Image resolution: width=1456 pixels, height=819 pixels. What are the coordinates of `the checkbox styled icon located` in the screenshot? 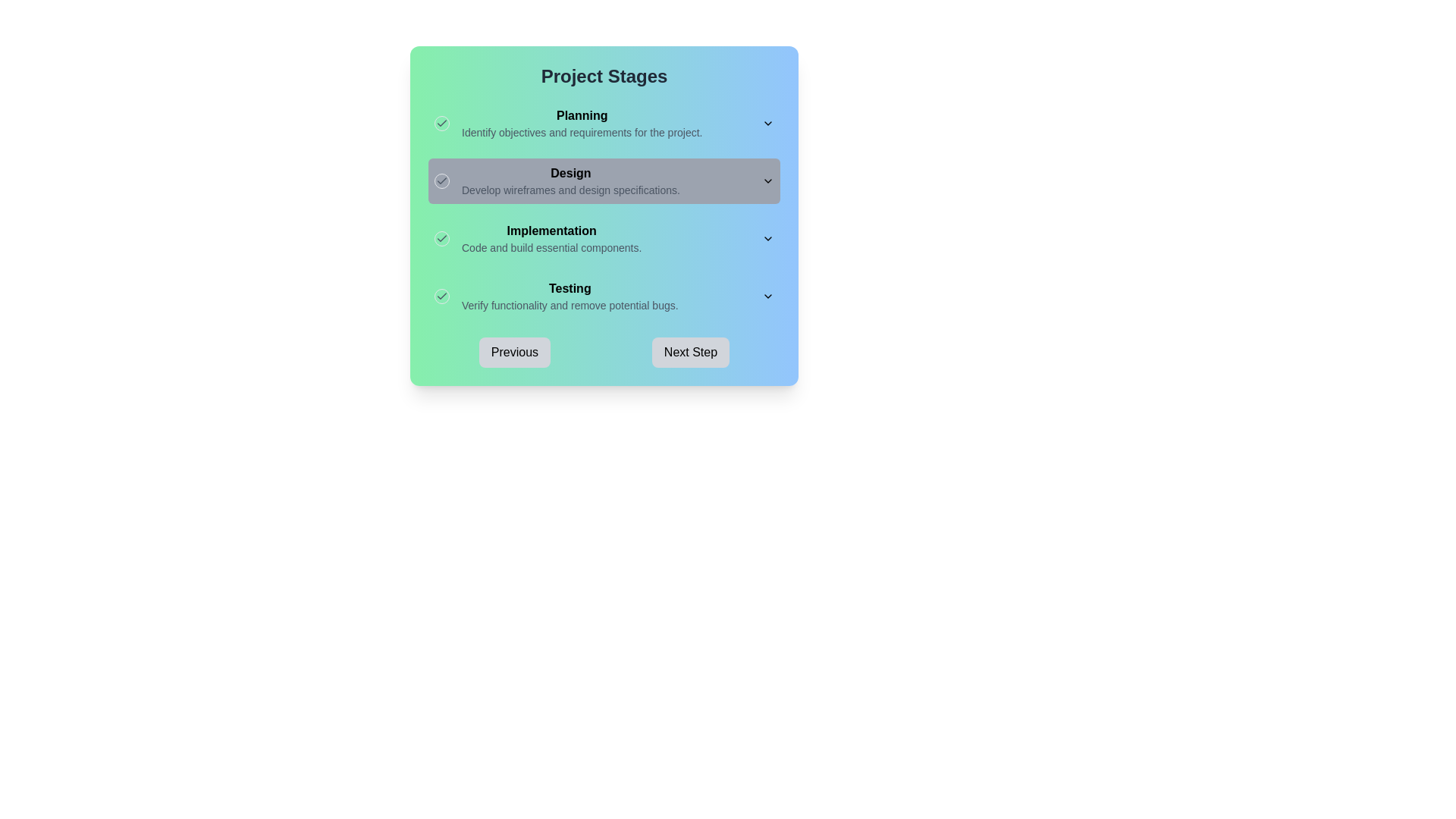 It's located at (441, 122).